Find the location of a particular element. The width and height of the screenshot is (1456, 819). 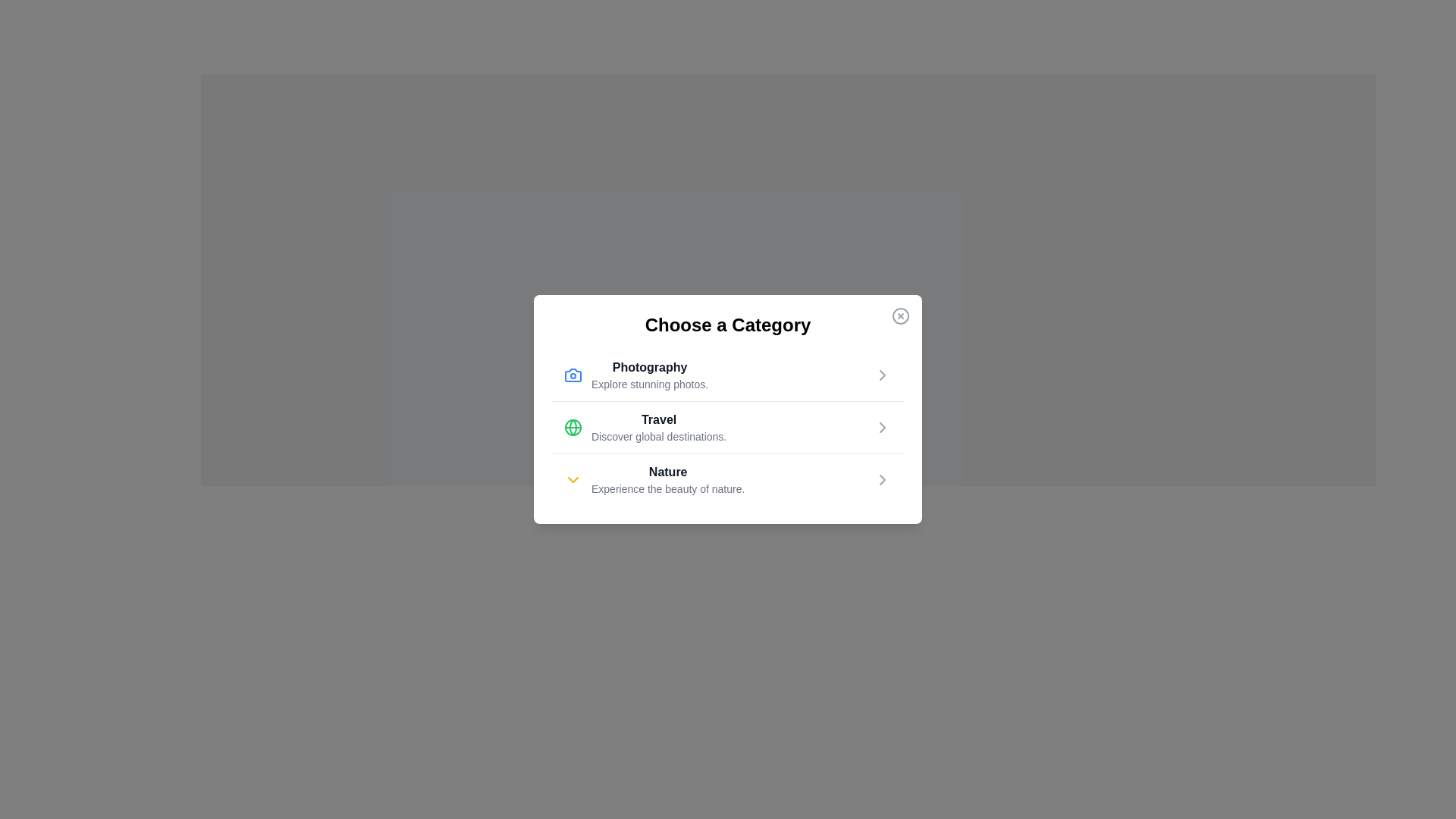

the text-based selectable list item labeled 'Nature' is located at coordinates (667, 479).